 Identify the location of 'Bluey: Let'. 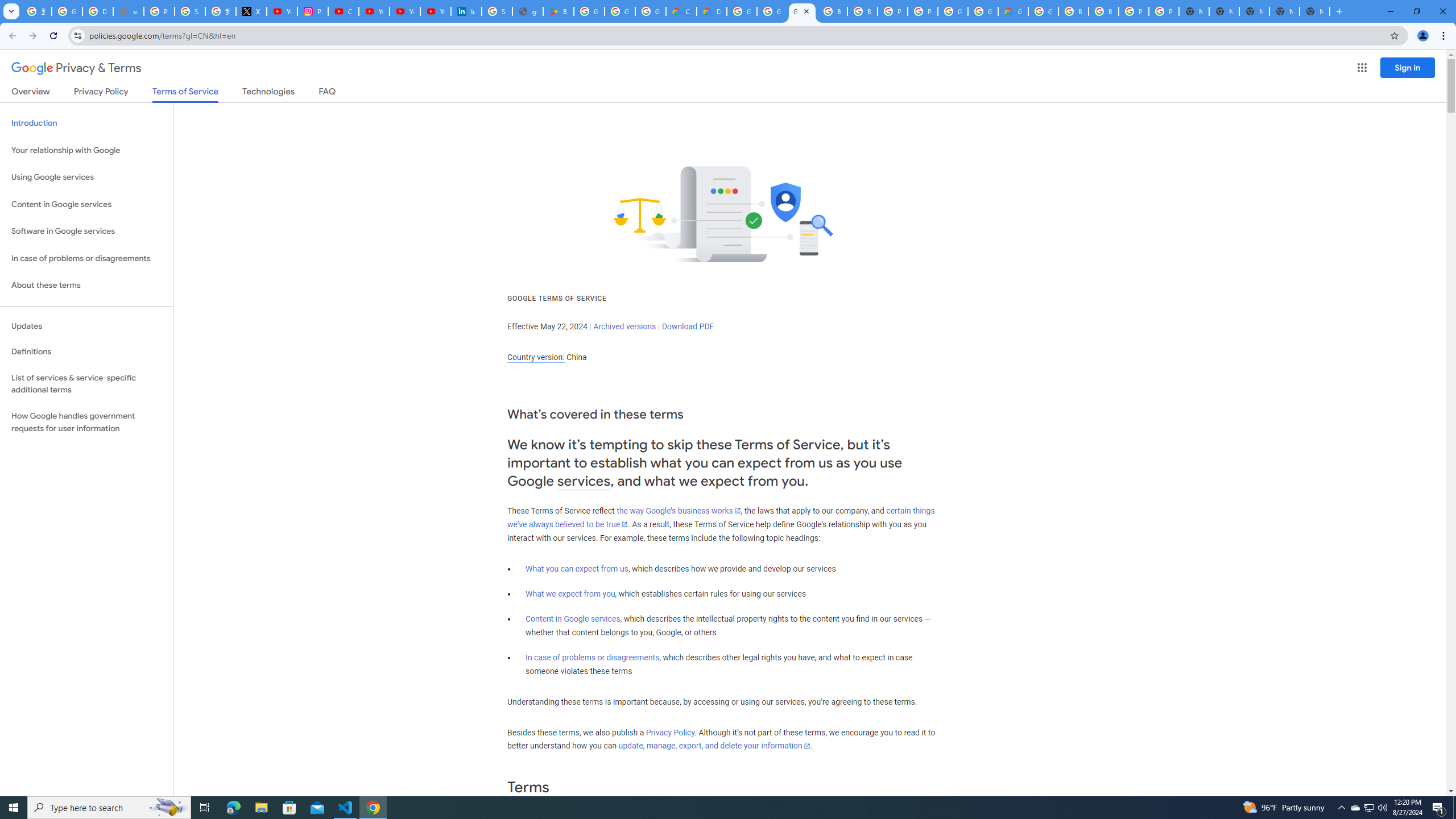
(559, 11).